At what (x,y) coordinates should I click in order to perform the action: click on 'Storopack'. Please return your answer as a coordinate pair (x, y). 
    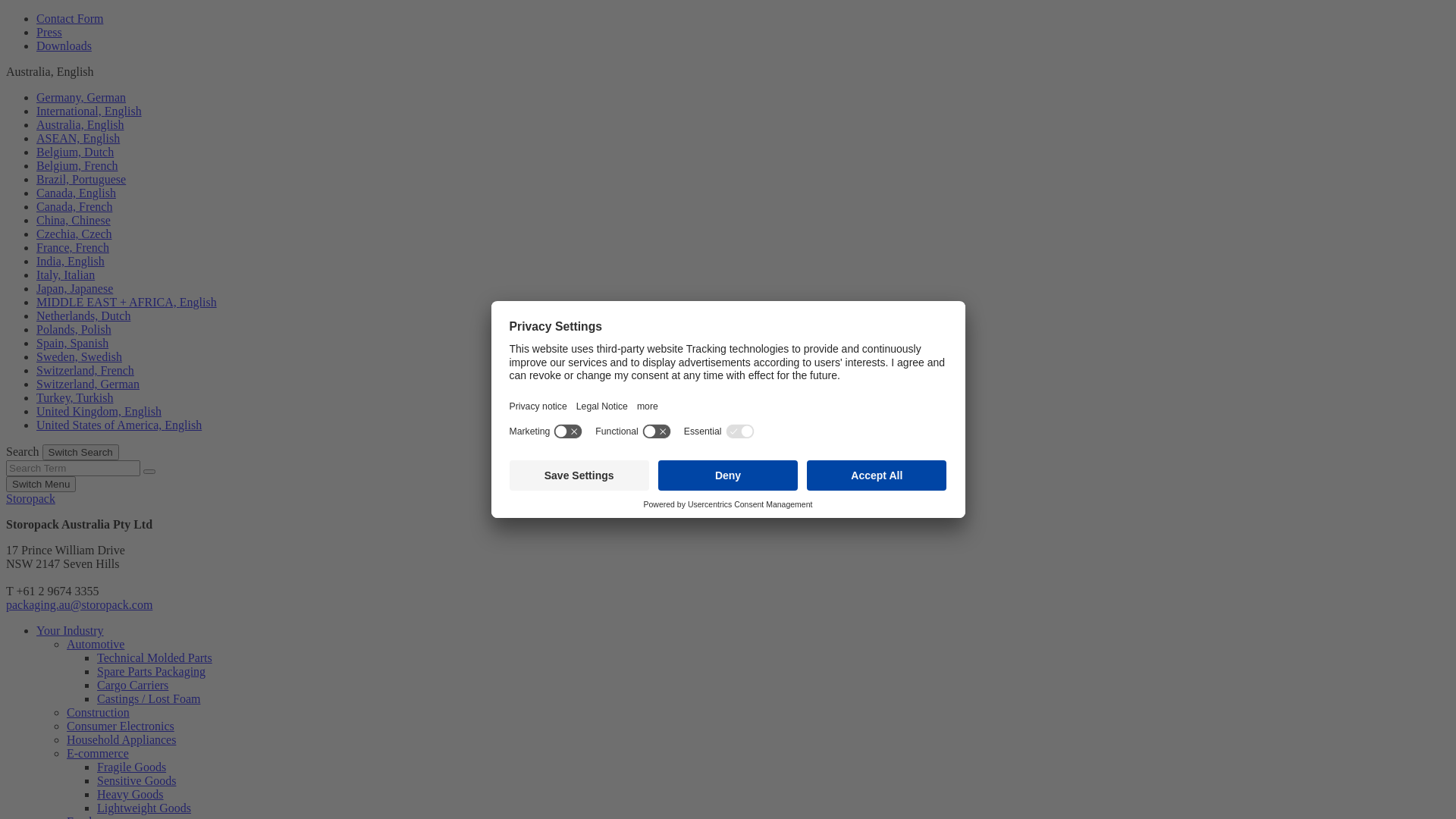
    Looking at the image, I should click on (30, 498).